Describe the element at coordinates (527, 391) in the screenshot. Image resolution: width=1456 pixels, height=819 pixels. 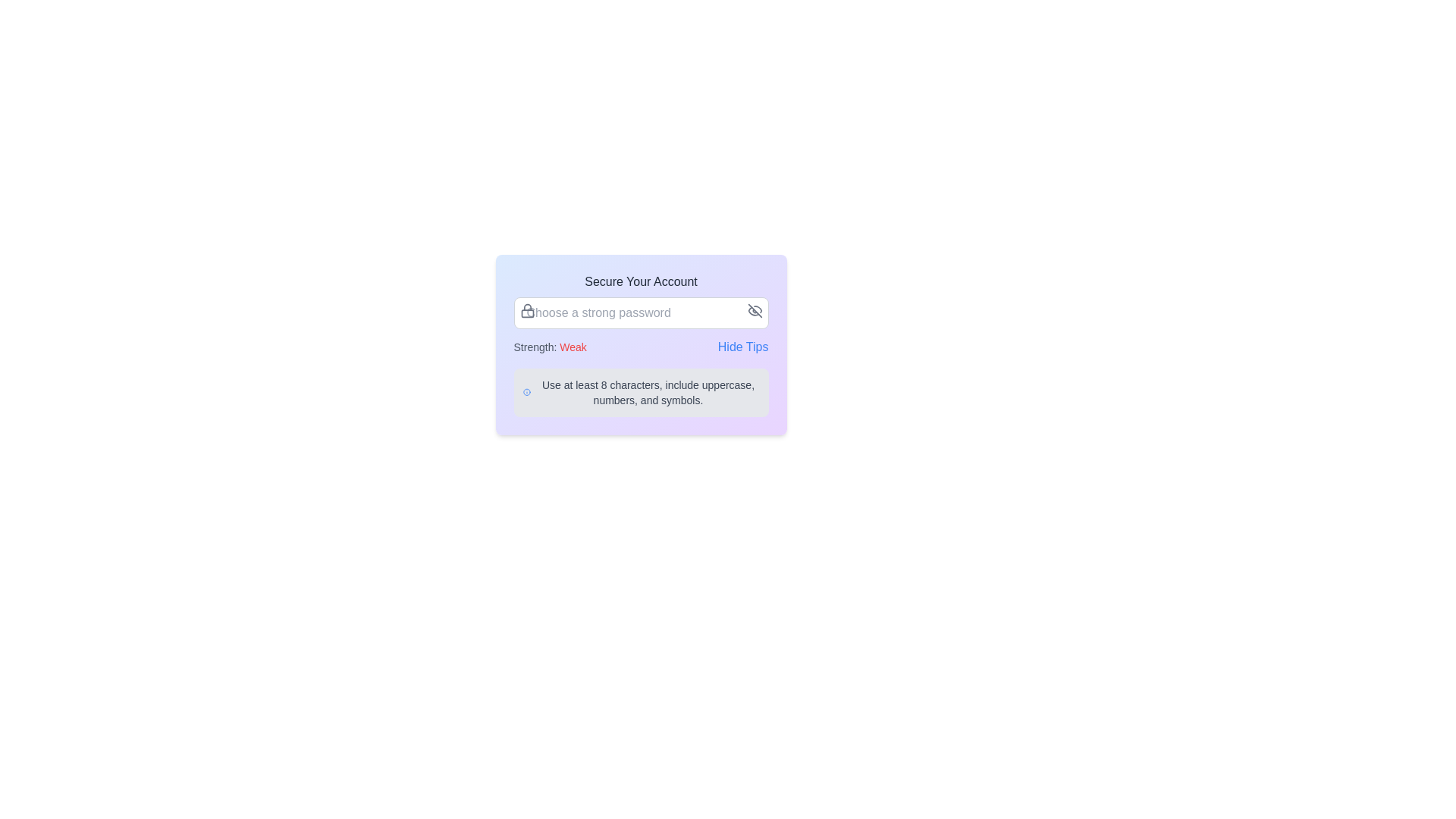
I see `the informational icon located to the left of the guideline text 'Use at least 8 characters, include uppercase, numbers, and symbols'` at that location.